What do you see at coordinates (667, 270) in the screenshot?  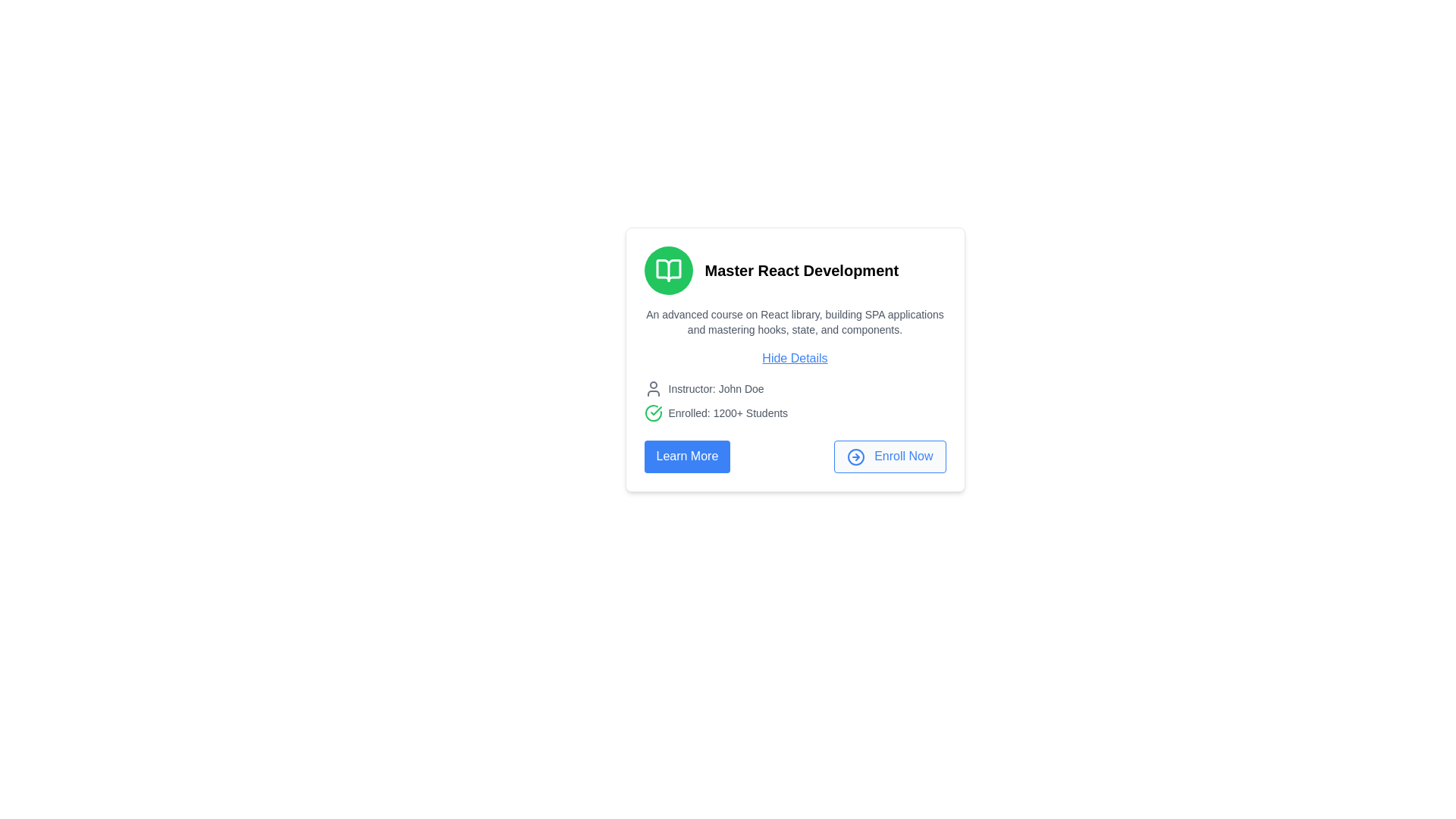 I see `the book icon representing learning or knowledge located at the top of the 'Master React Development' course card` at bounding box center [667, 270].